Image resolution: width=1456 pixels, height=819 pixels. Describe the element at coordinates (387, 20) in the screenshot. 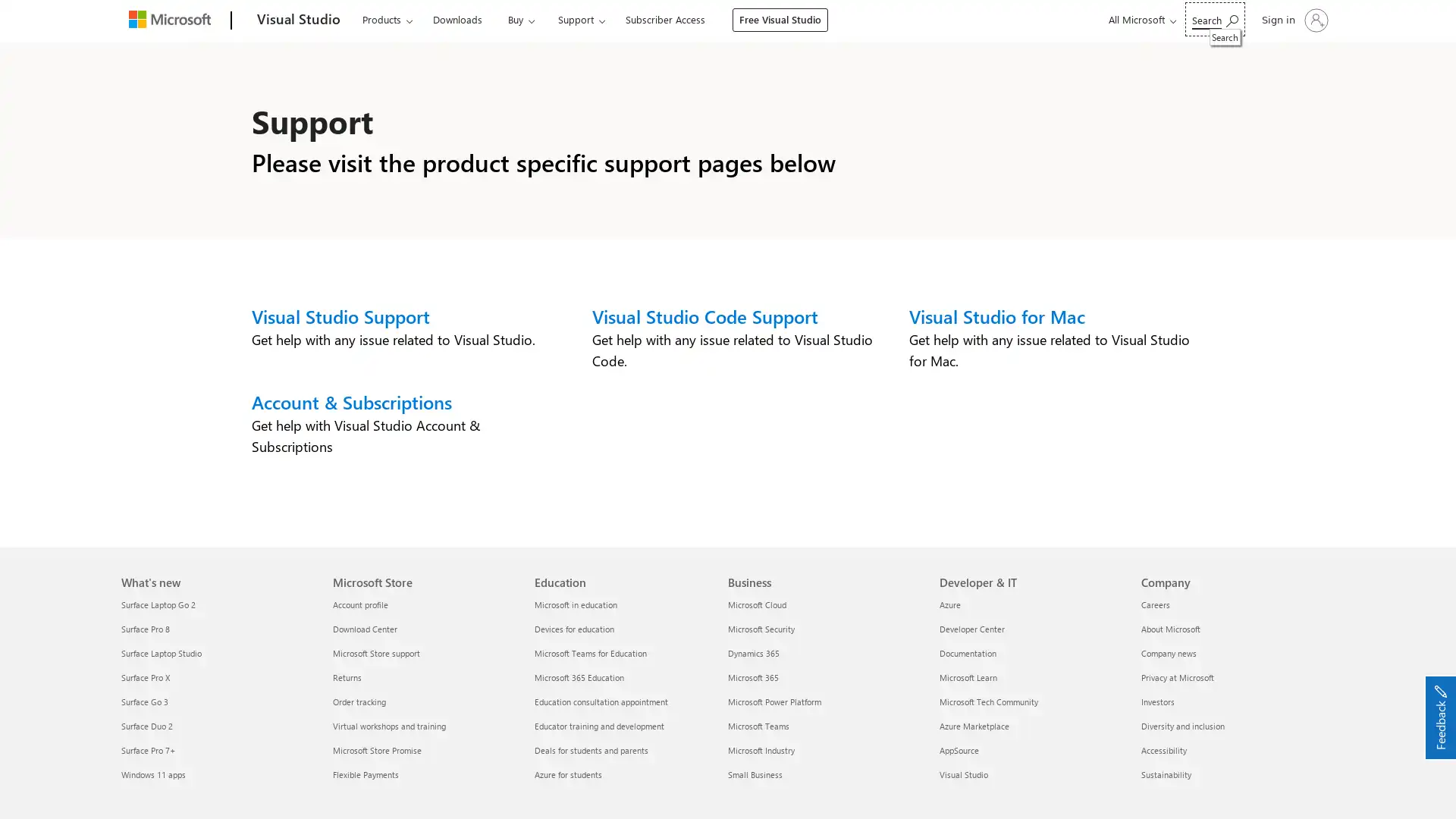

I see `Products` at that location.